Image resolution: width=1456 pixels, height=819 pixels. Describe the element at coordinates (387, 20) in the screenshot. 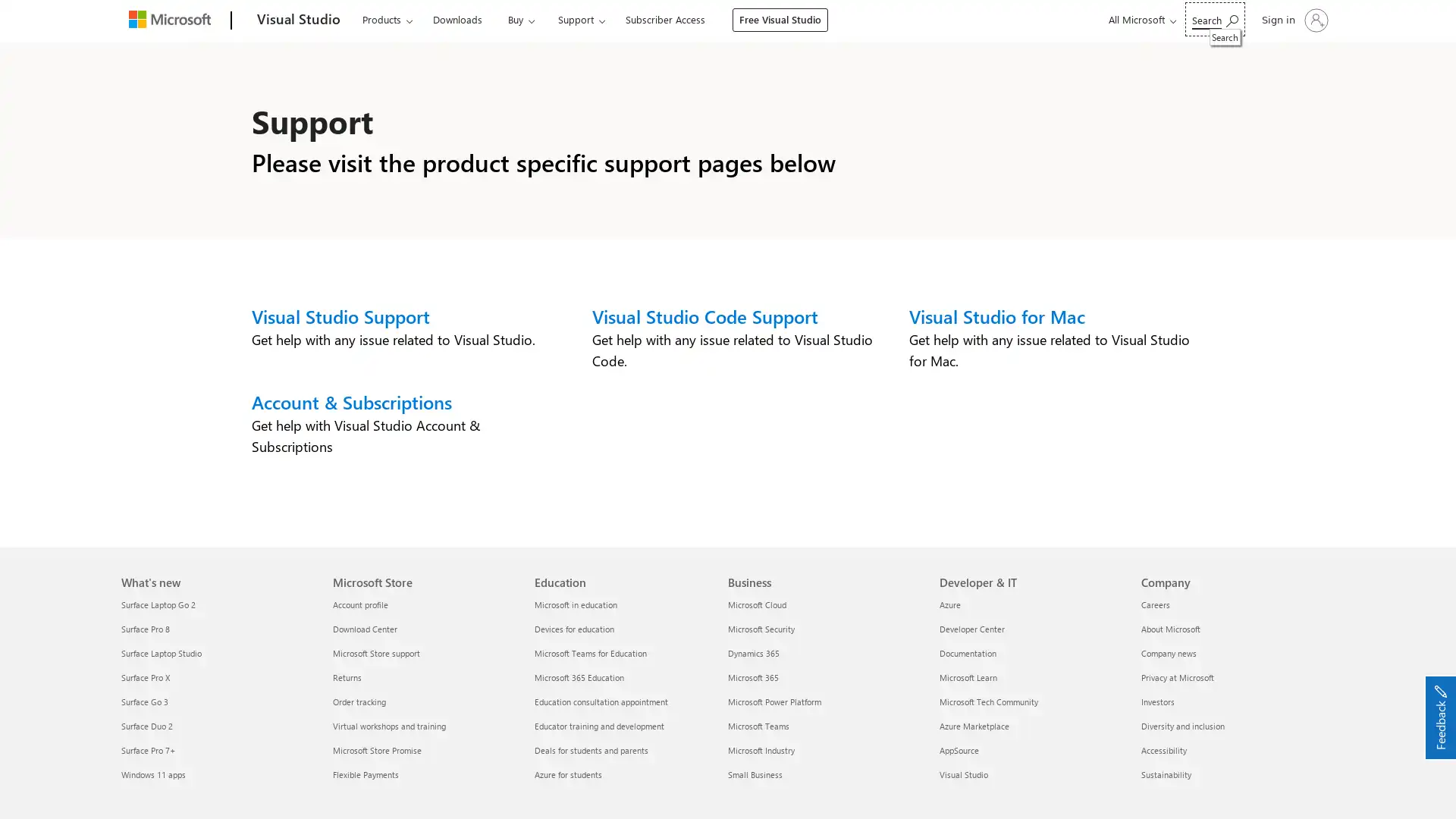

I see `Products` at that location.